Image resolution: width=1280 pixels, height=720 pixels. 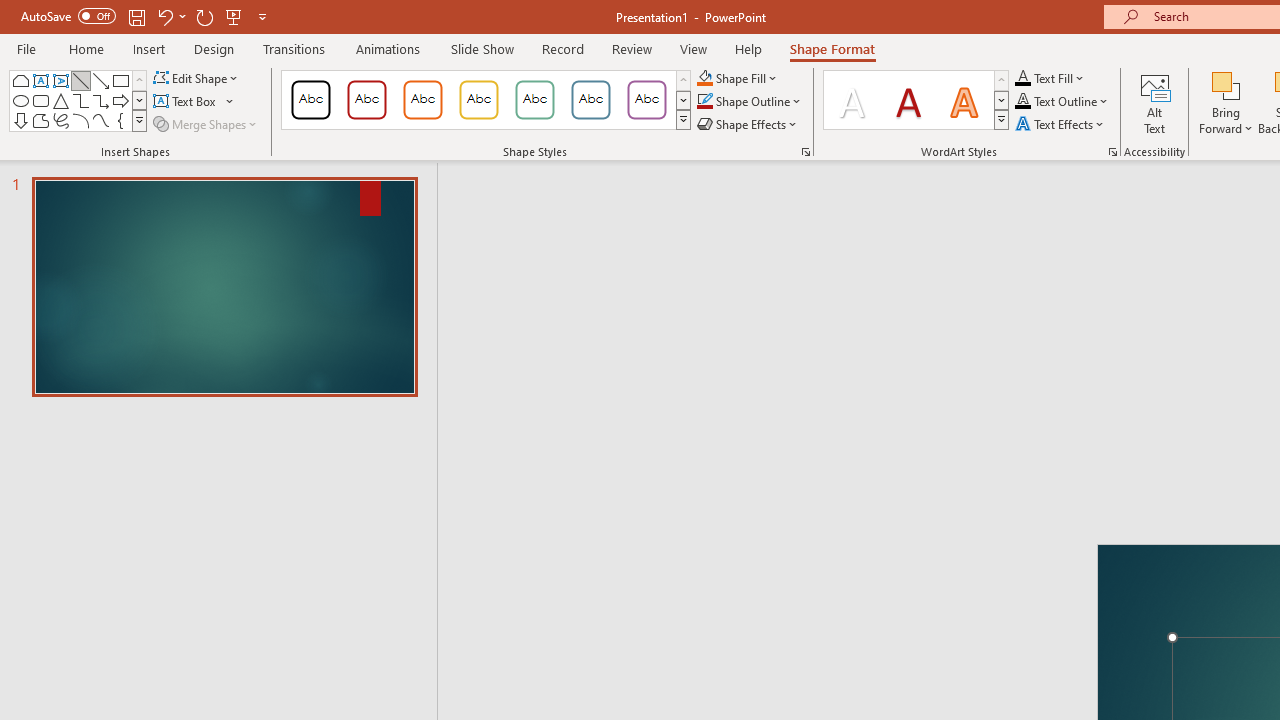 I want to click on 'Isosceles Triangle', so click(x=60, y=100).